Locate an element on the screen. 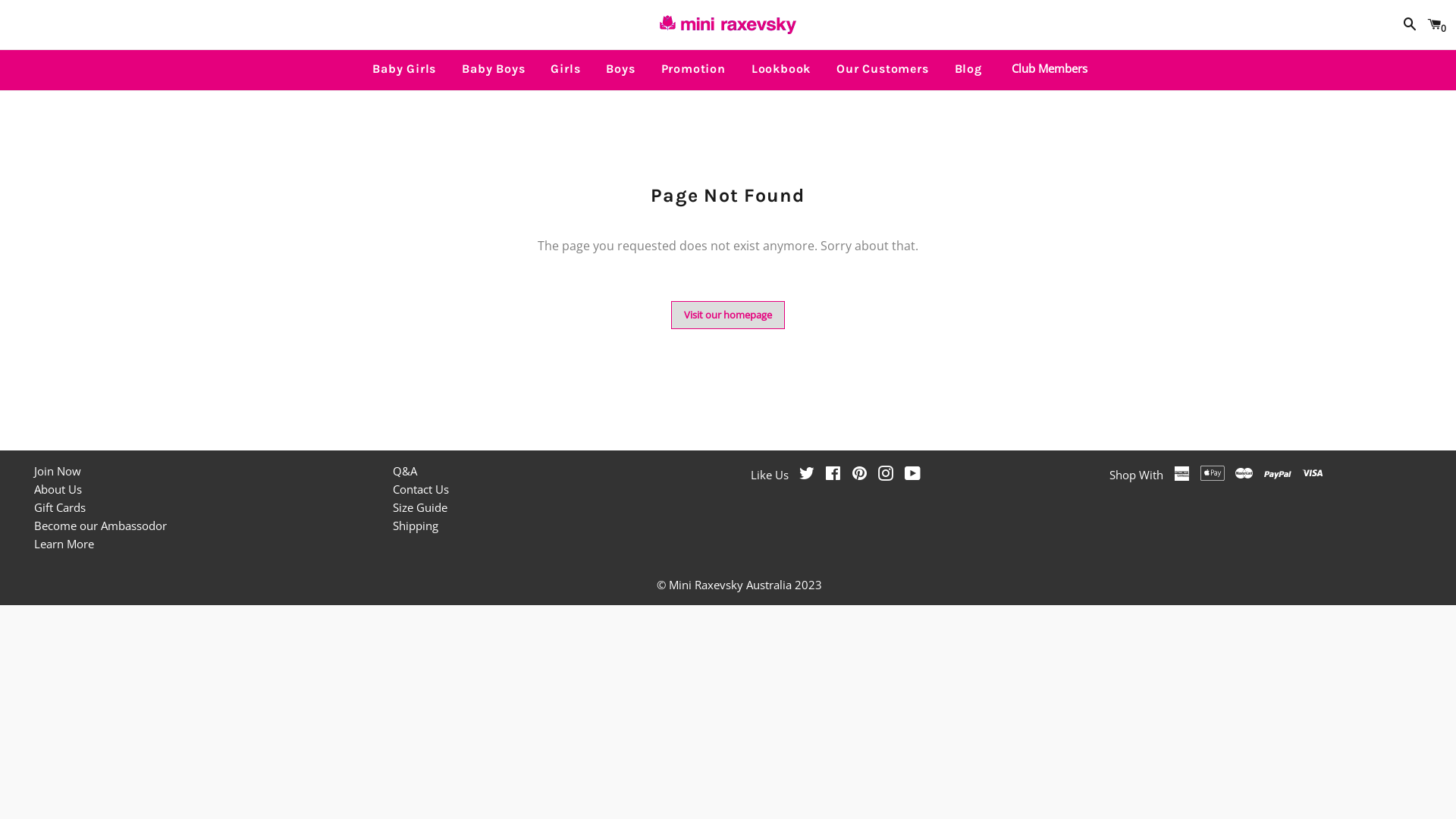 The image size is (1456, 819). 'Shipping' is located at coordinates (393, 525).